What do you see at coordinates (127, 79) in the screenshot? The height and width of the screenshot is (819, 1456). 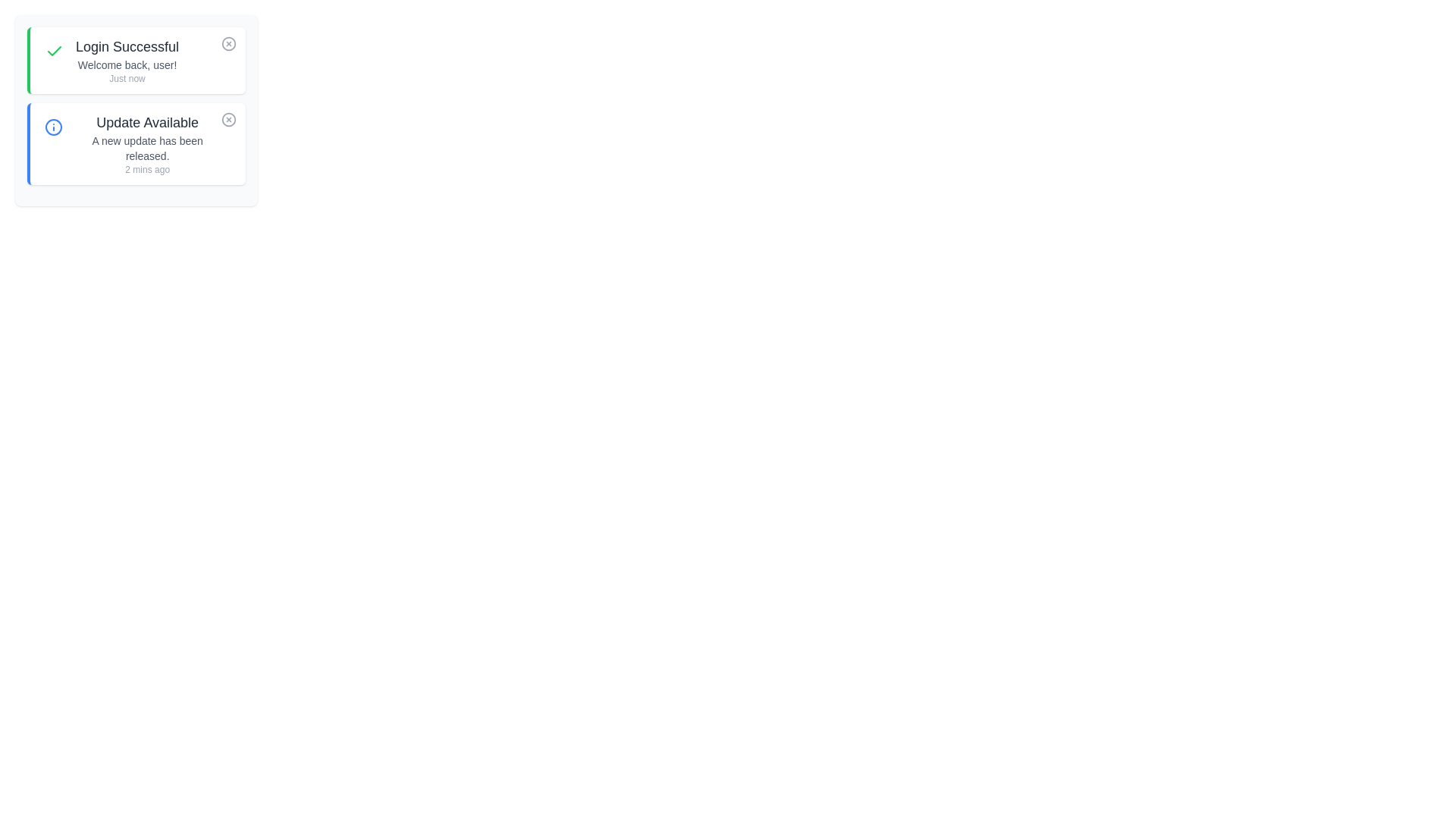 I see `the static text element displaying 'Just now', which is styled in a small, gray font and located below the 'Login Successful' title and the 'Welcome back, user!' subtitle` at bounding box center [127, 79].